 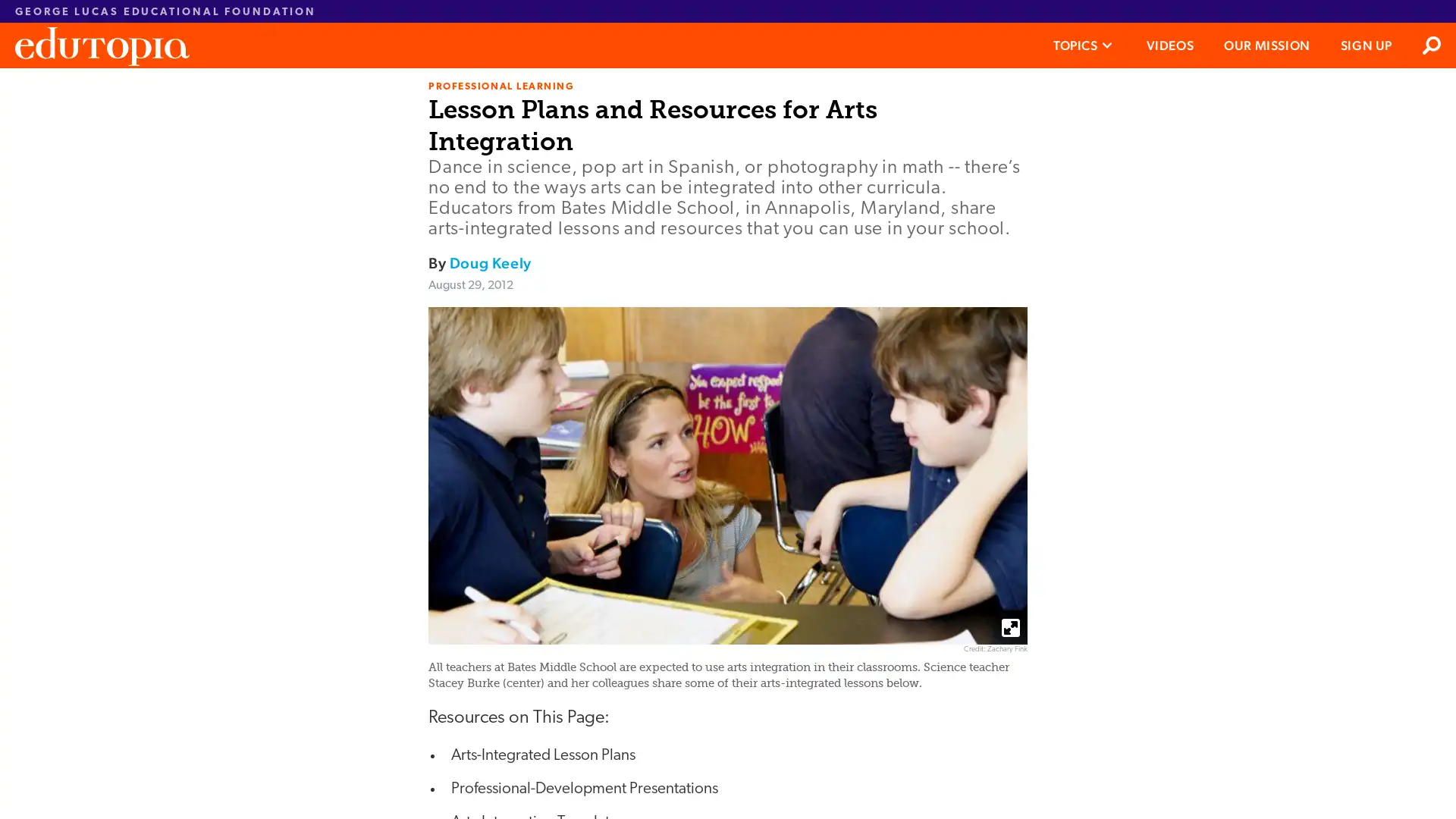 I want to click on Close, so click(x=931, y=90).